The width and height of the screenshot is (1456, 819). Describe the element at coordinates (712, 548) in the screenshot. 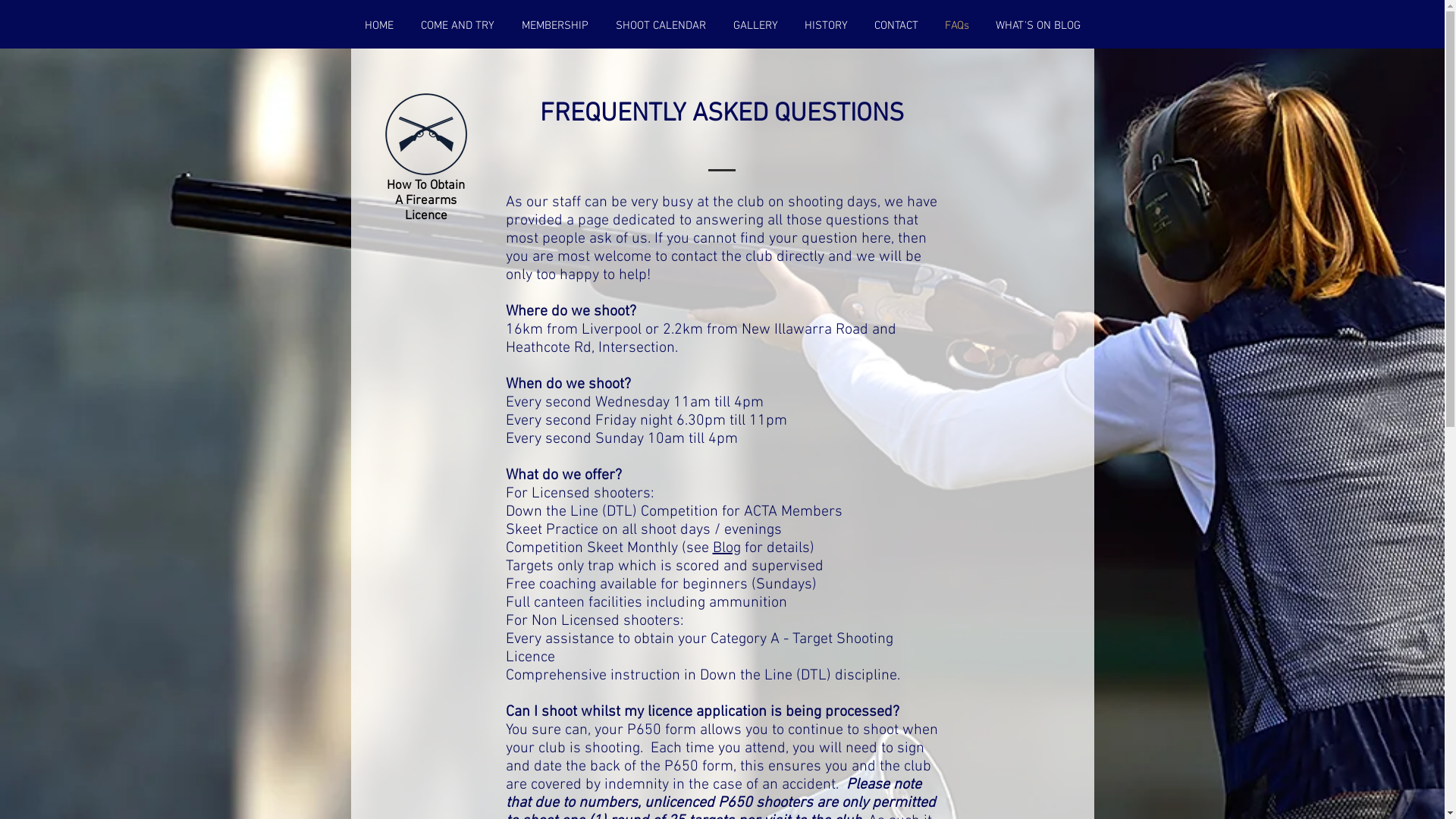

I see `'Blog'` at that location.